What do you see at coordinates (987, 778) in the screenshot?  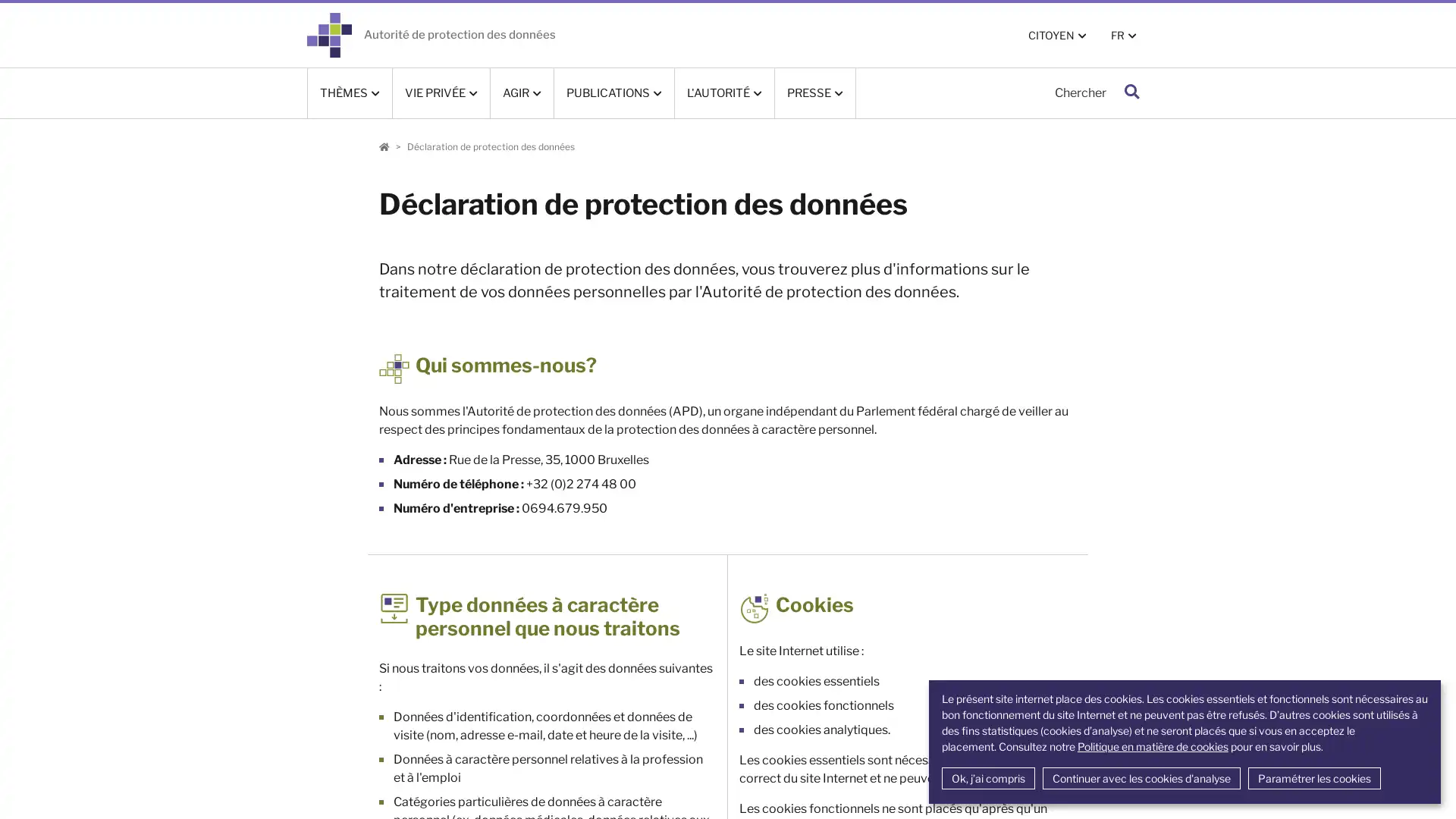 I see `Ok, jai compris` at bounding box center [987, 778].